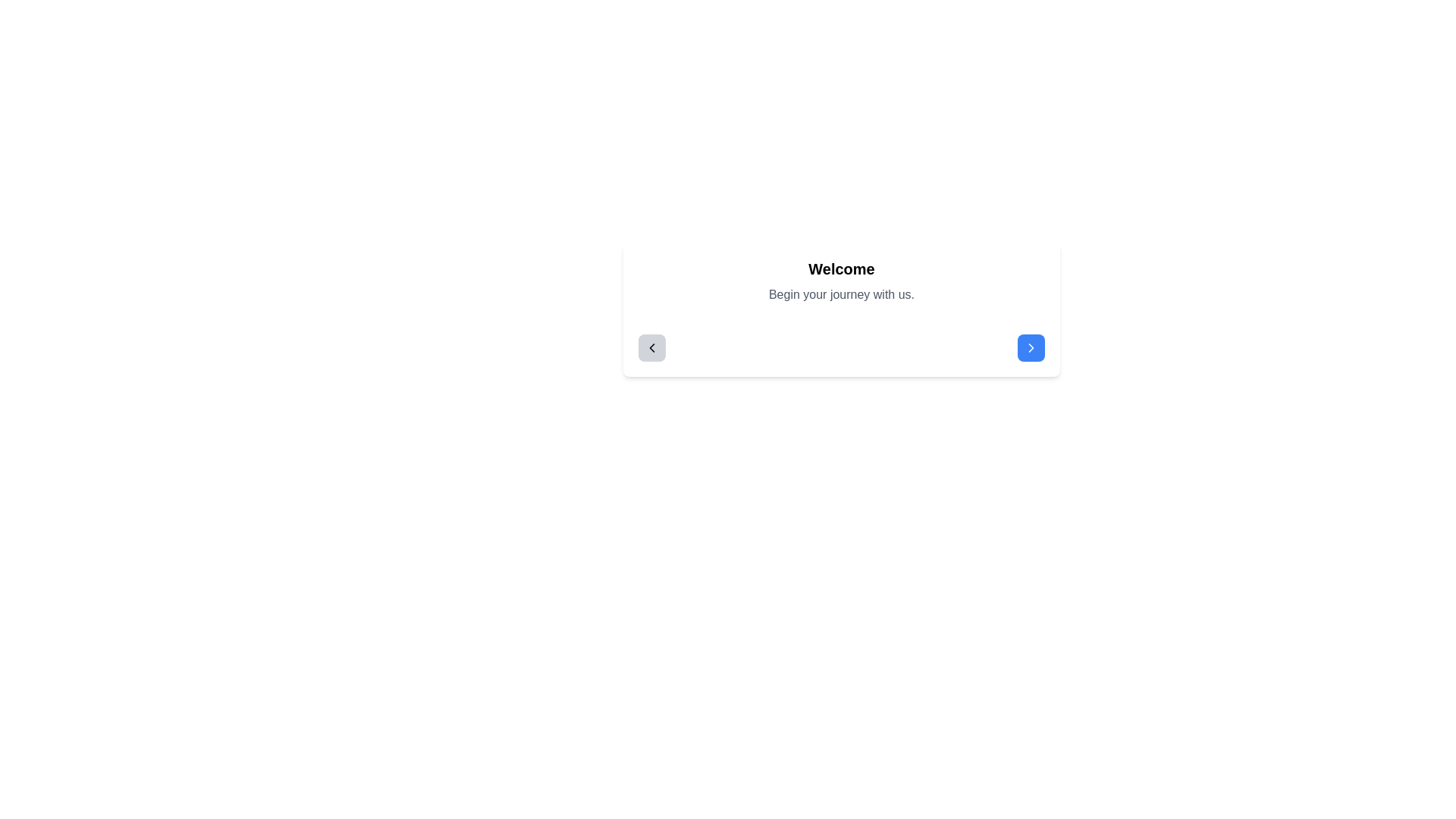  What do you see at coordinates (1031, 348) in the screenshot?
I see `the Icon (Chevron Right), which serves as a navigation arrow for rightward progression within the interface, located in the bottom-right corner of the card containing a welcome message` at bounding box center [1031, 348].